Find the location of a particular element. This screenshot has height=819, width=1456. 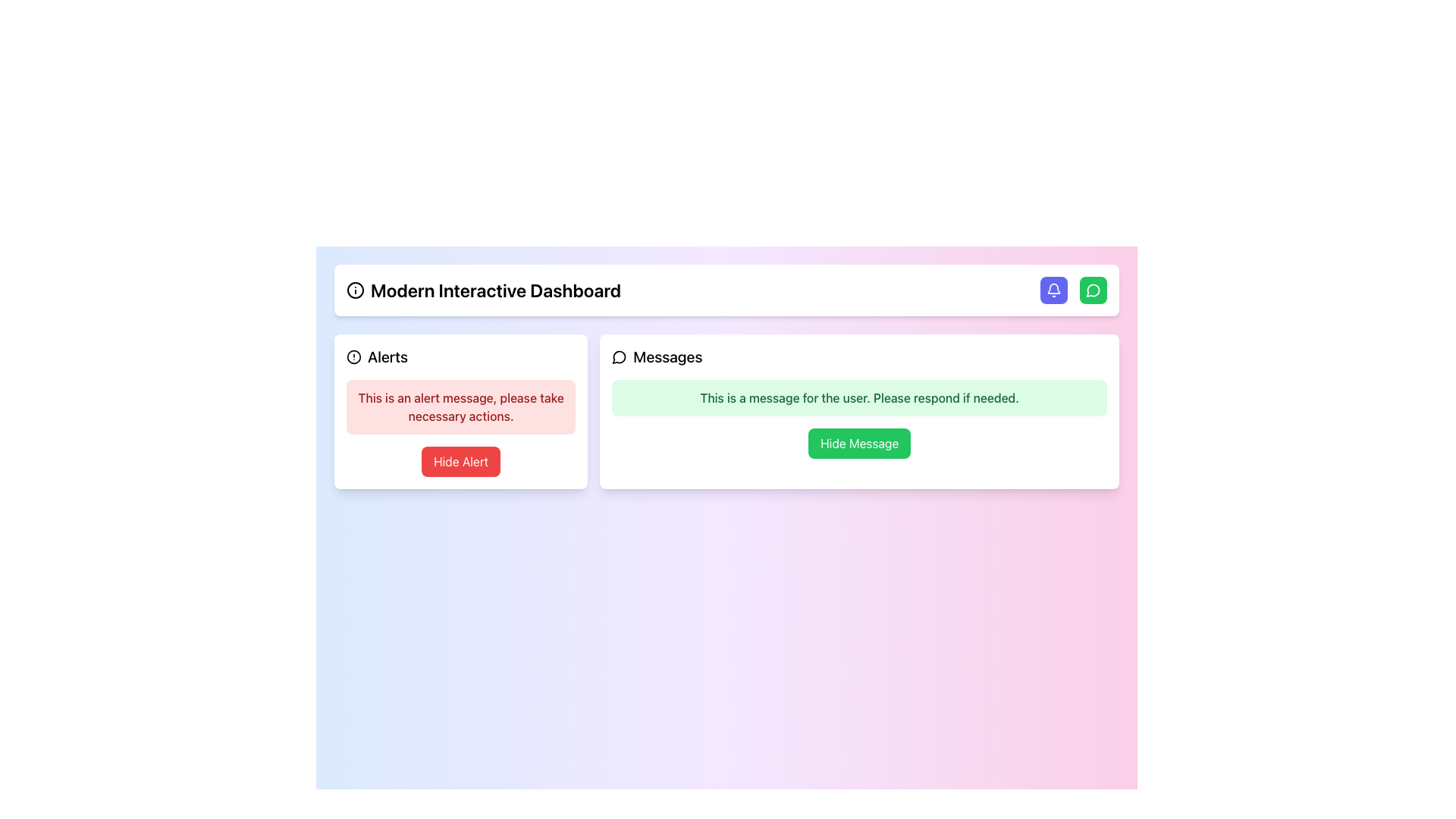

the 'Messages' icon located at the top of the 'Messages' panel header, which visually represents messages or communication is located at coordinates (620, 356).